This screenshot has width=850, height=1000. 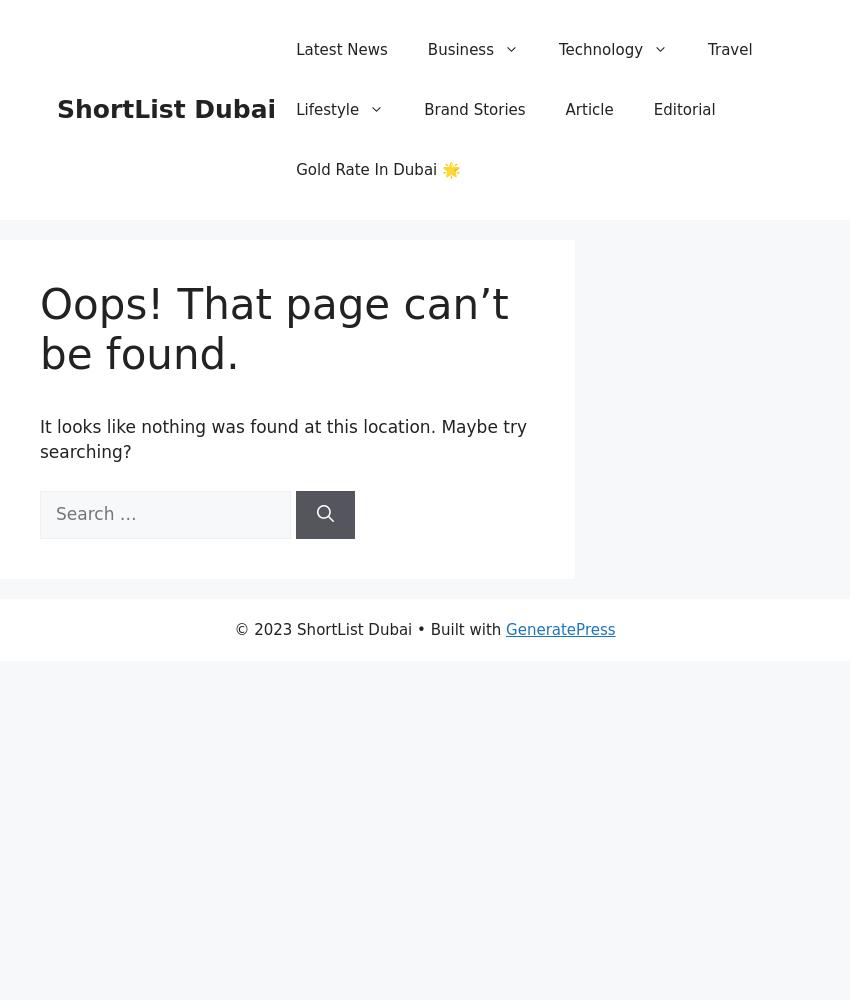 I want to click on 'ShortList Dubai', so click(x=166, y=108).